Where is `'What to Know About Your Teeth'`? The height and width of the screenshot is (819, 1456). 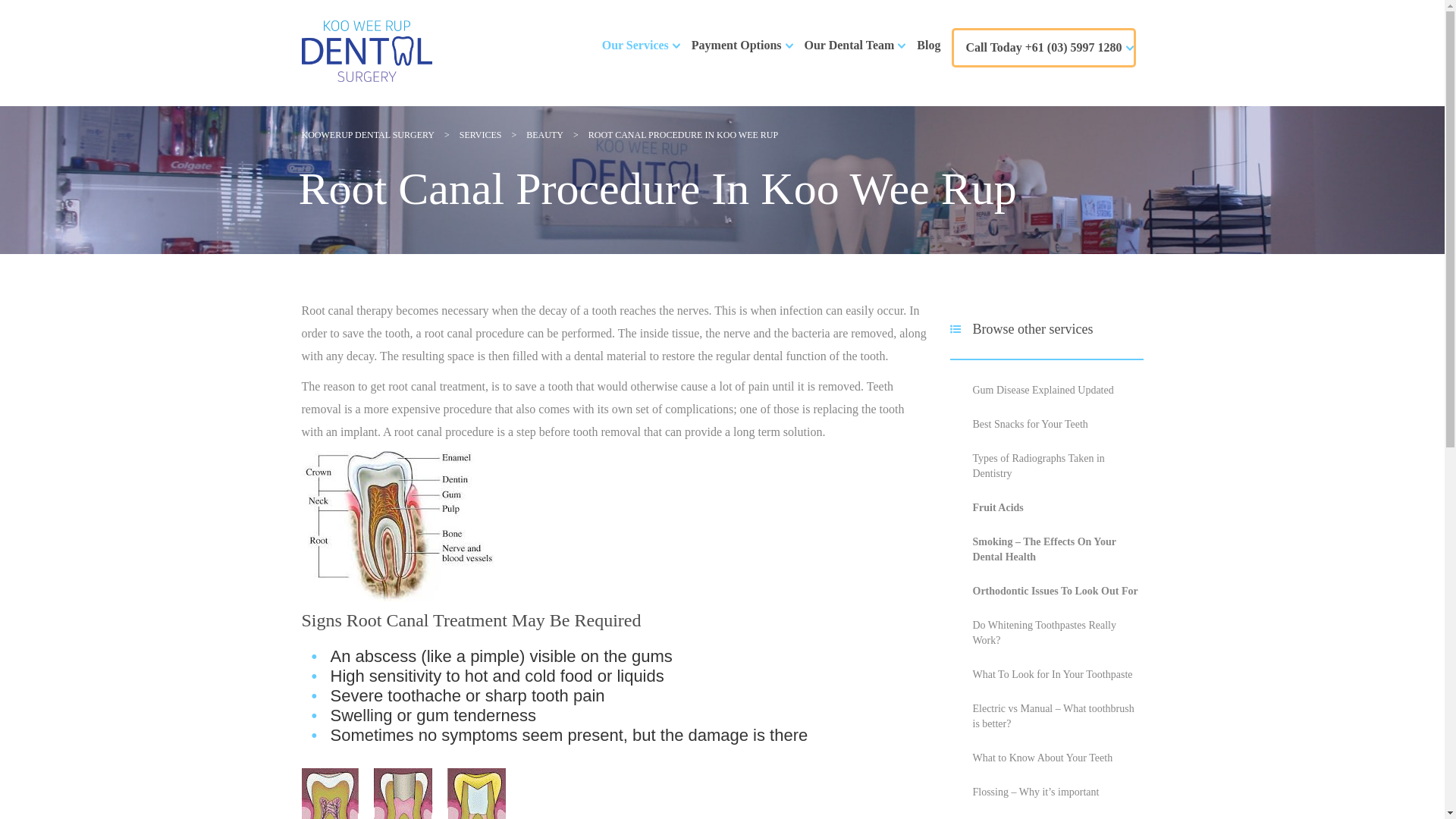
'What to Know About Your Teeth' is located at coordinates (1041, 758).